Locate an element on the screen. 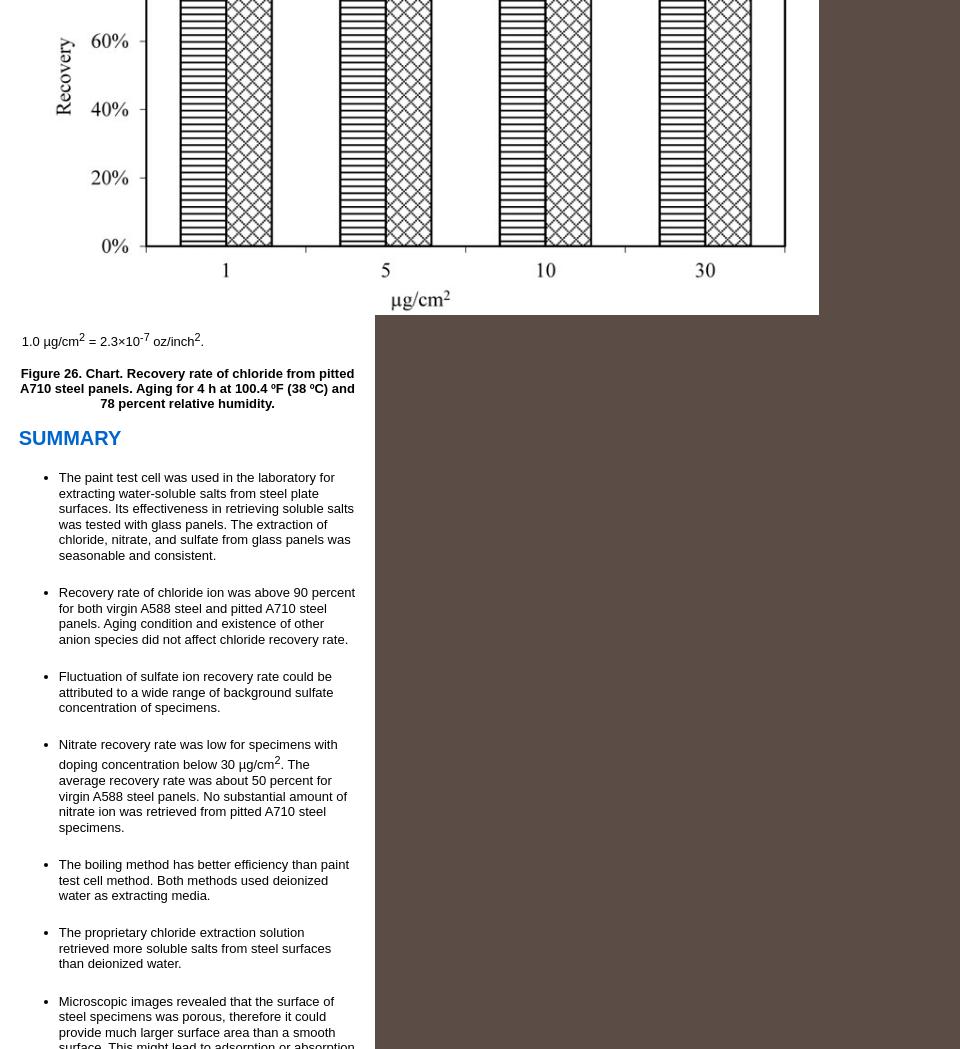 This screenshot has width=960, height=1049. '= 2.3×10' is located at coordinates (112, 340).